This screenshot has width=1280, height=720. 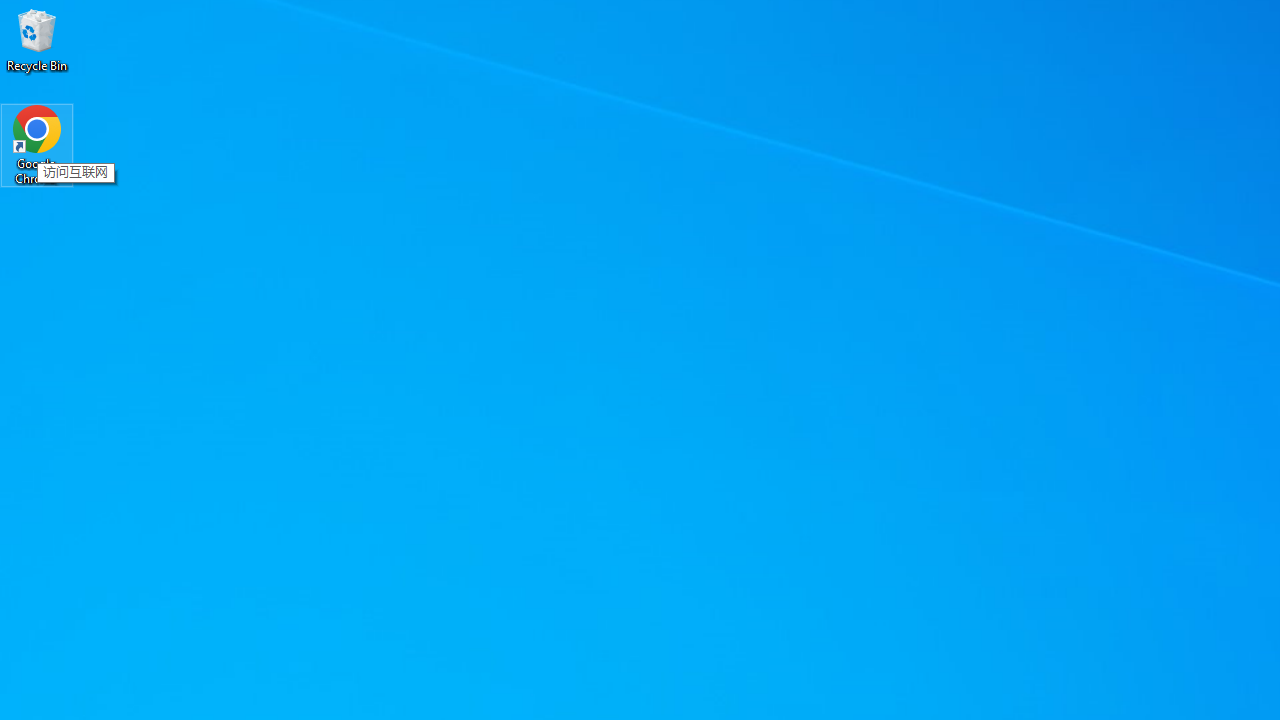 I want to click on 'Google Chrome', so click(x=37, y=144).